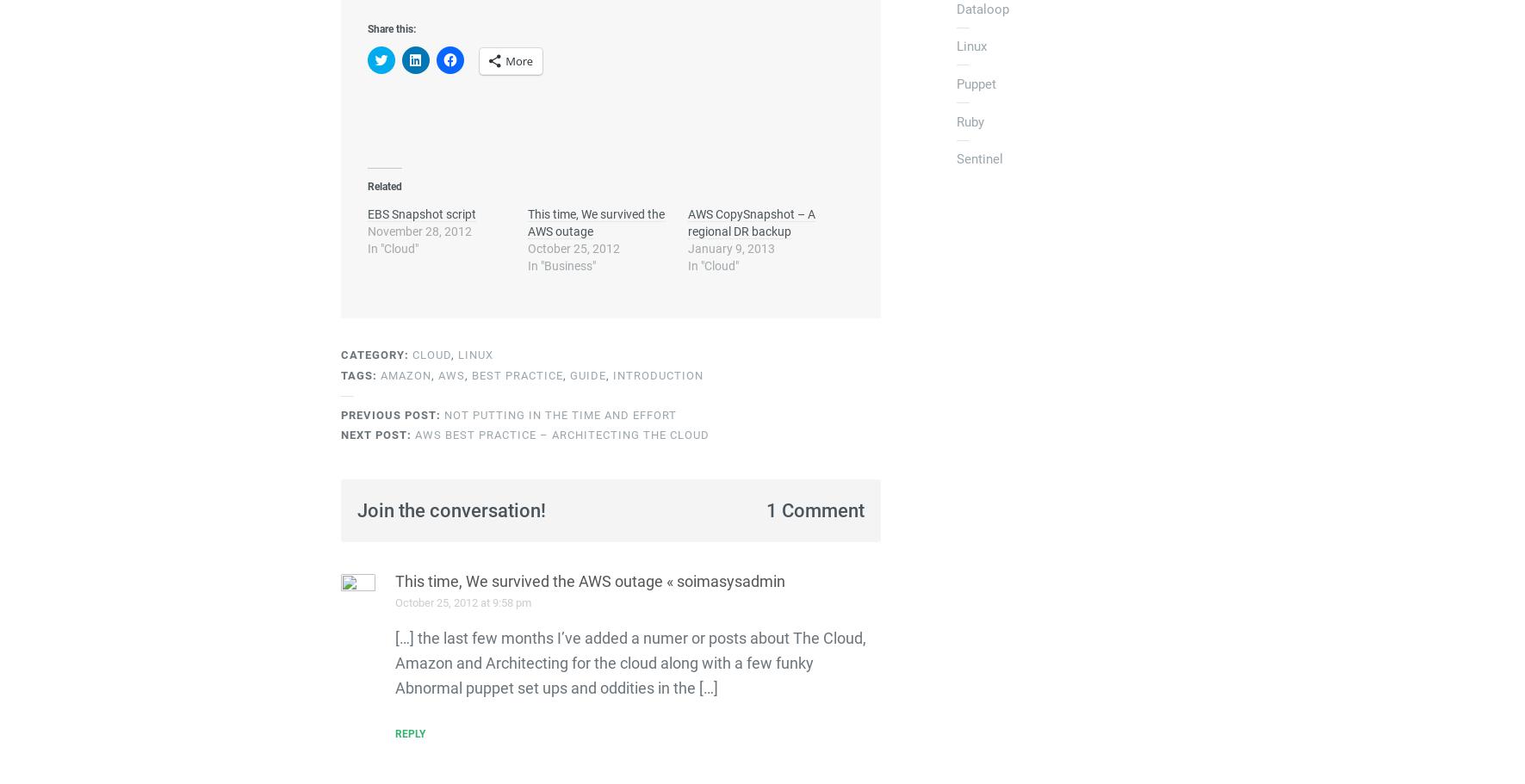 The width and height of the screenshot is (1525, 784). What do you see at coordinates (516, 374) in the screenshot?
I see `'best practice'` at bounding box center [516, 374].